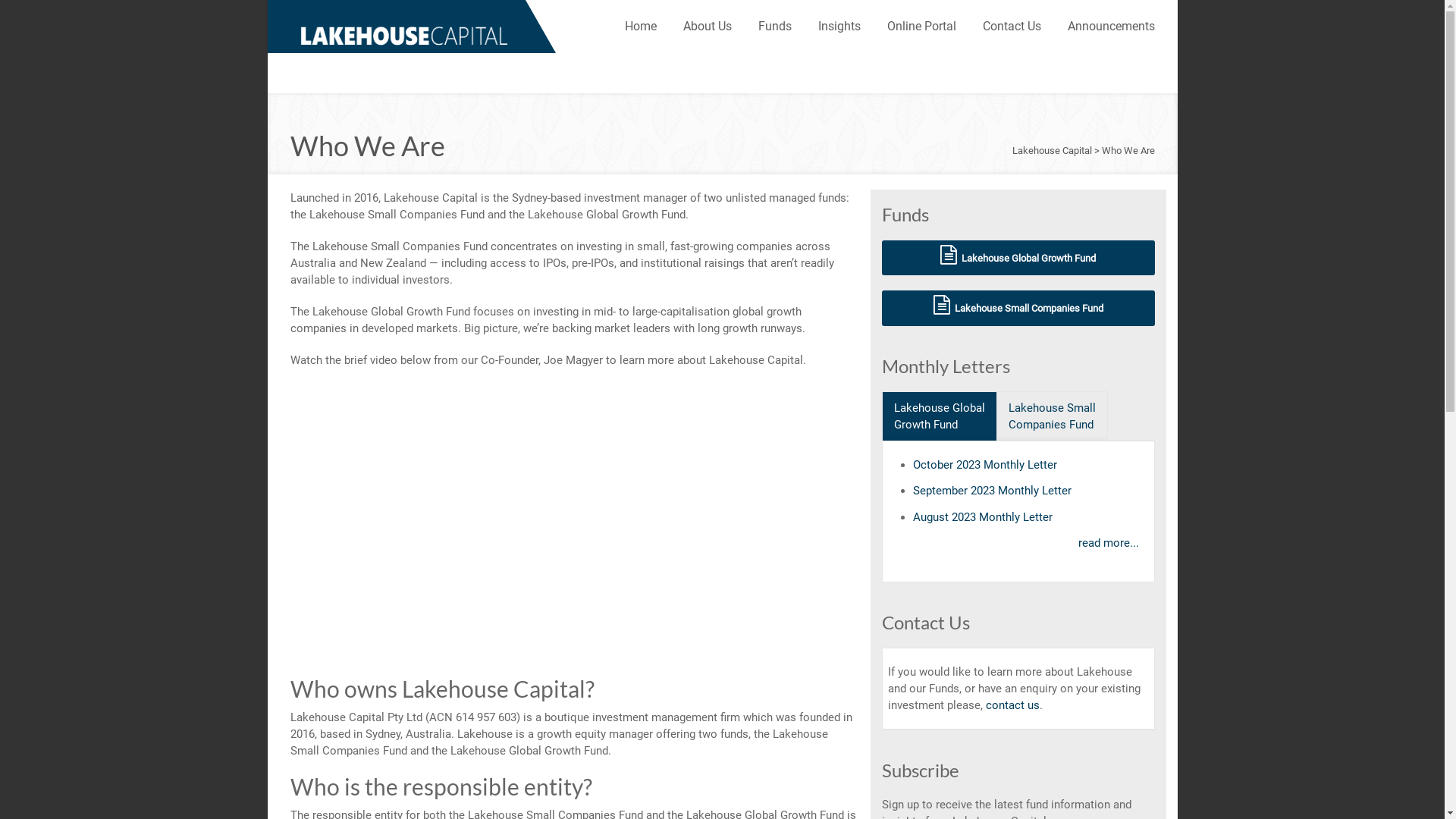 The width and height of the screenshot is (1456, 819). I want to click on 'October 2023 Monthly Letter', so click(985, 464).